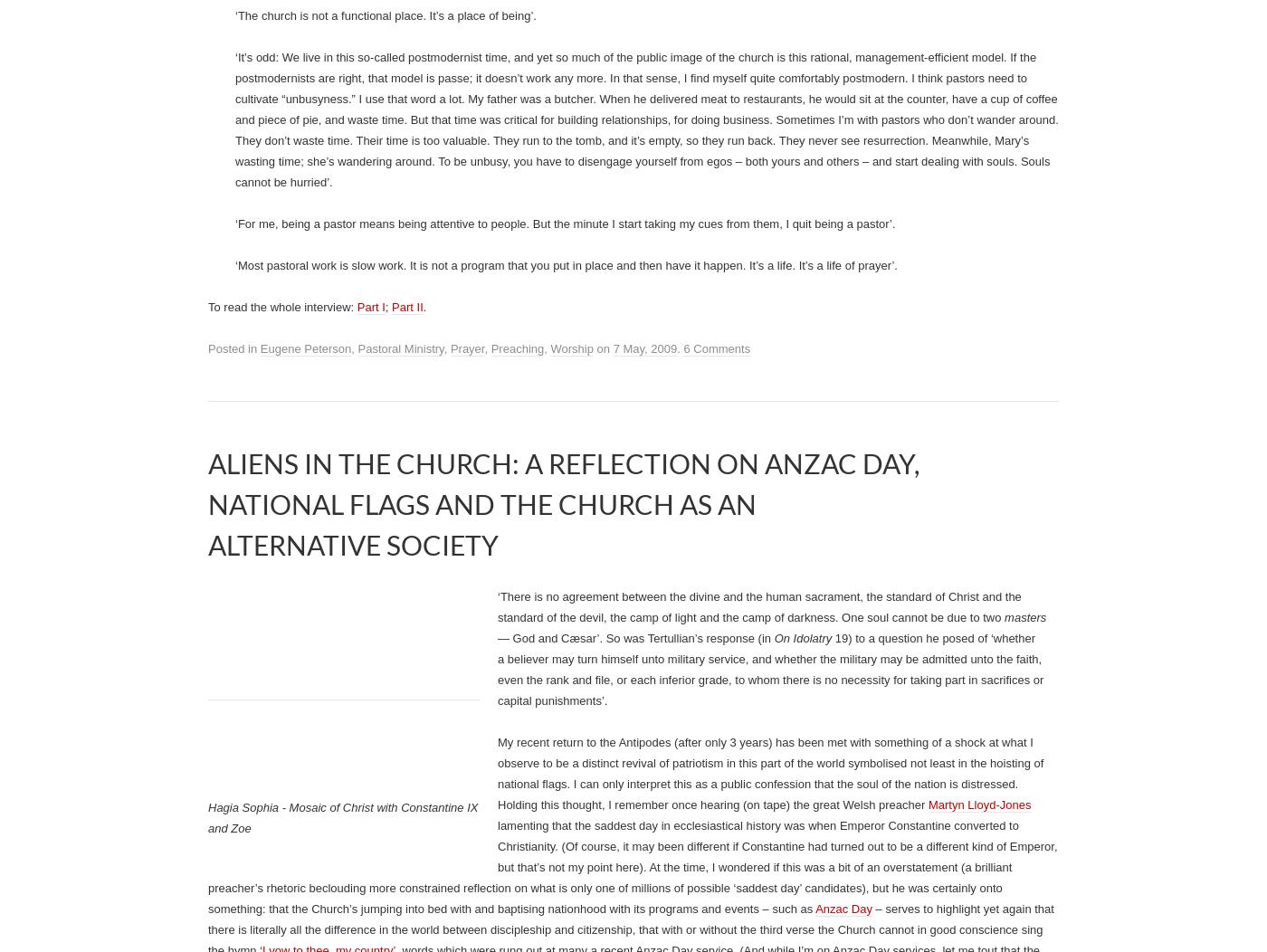 The height and width of the screenshot is (952, 1267). What do you see at coordinates (643, 241) in the screenshot?
I see `'‘I begin with the conviction that everything in the gospel is experience-able. As a pastor, whatever the person’s situation, you’re saying to yourself,'` at bounding box center [643, 241].